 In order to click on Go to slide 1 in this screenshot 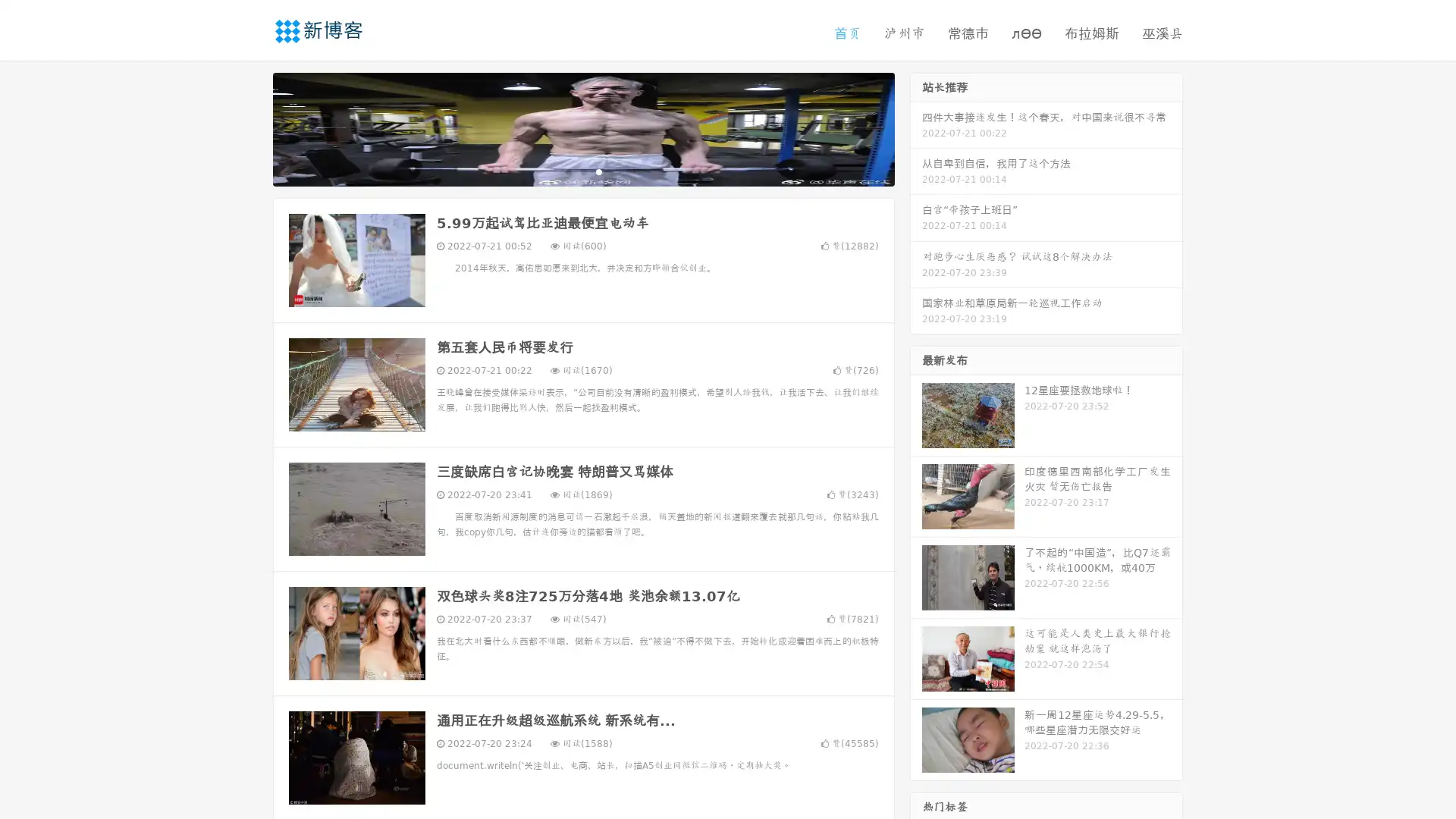, I will do `click(567, 171)`.